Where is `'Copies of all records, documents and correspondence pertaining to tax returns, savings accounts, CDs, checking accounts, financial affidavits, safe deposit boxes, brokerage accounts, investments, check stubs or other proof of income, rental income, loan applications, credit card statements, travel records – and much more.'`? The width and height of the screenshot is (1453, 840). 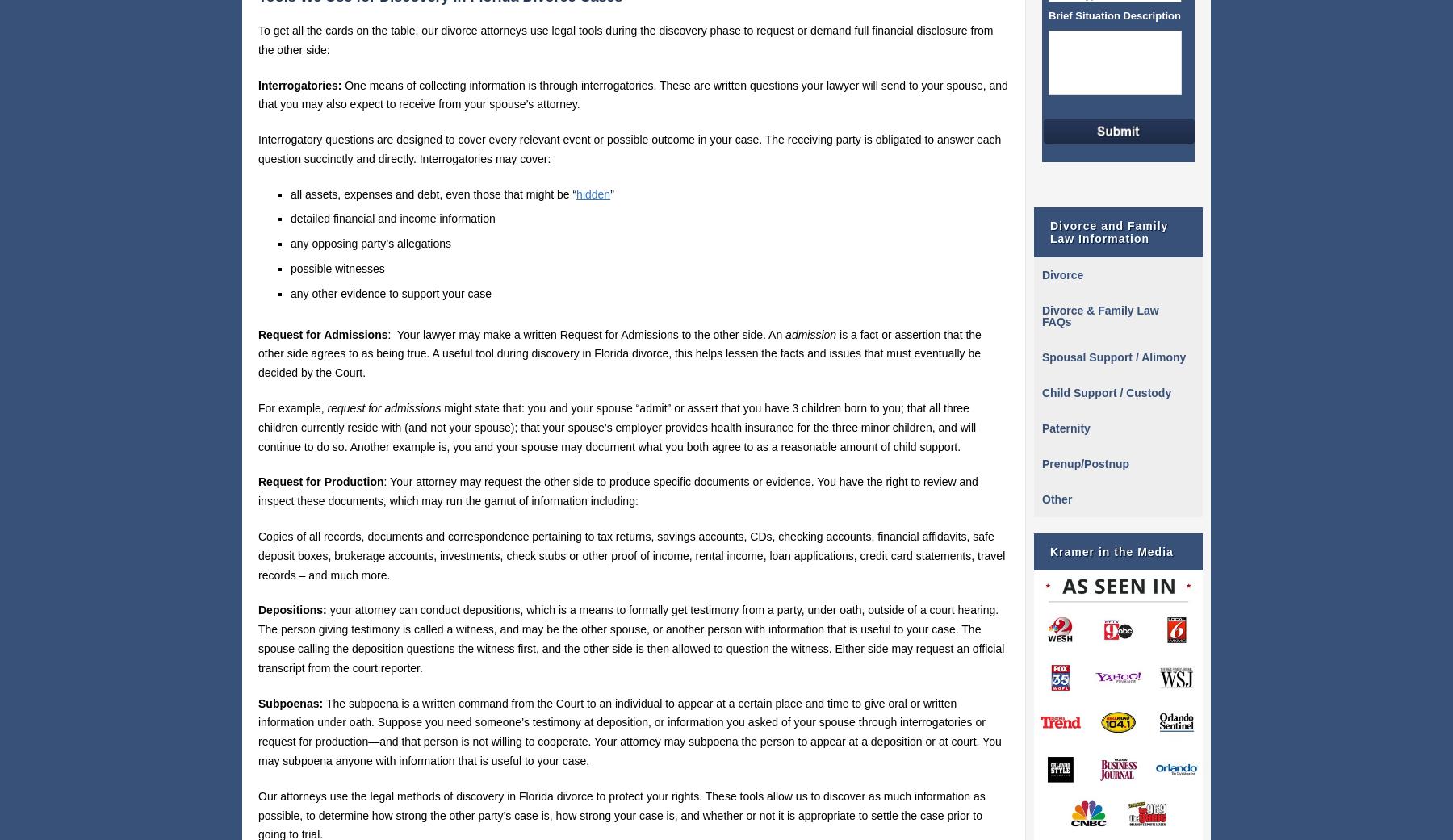
'Copies of all records, documents and correspondence pertaining to tax returns, savings accounts, CDs, checking accounts, financial affidavits, safe deposit boxes, brokerage accounts, investments, check stubs or other proof of income, rental income, loan applications, credit card statements, travel records – and much more.' is located at coordinates (630, 554).